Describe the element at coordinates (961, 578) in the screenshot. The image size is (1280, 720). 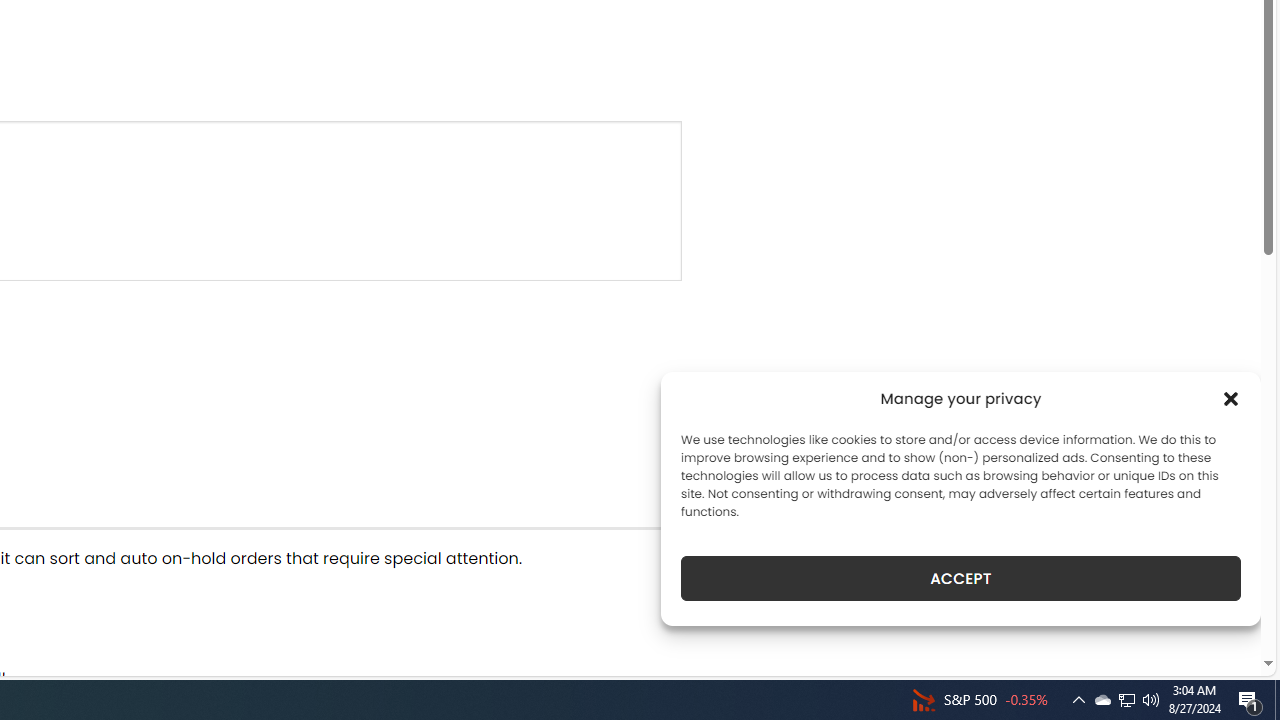
I see `'ACCEPT'` at that location.